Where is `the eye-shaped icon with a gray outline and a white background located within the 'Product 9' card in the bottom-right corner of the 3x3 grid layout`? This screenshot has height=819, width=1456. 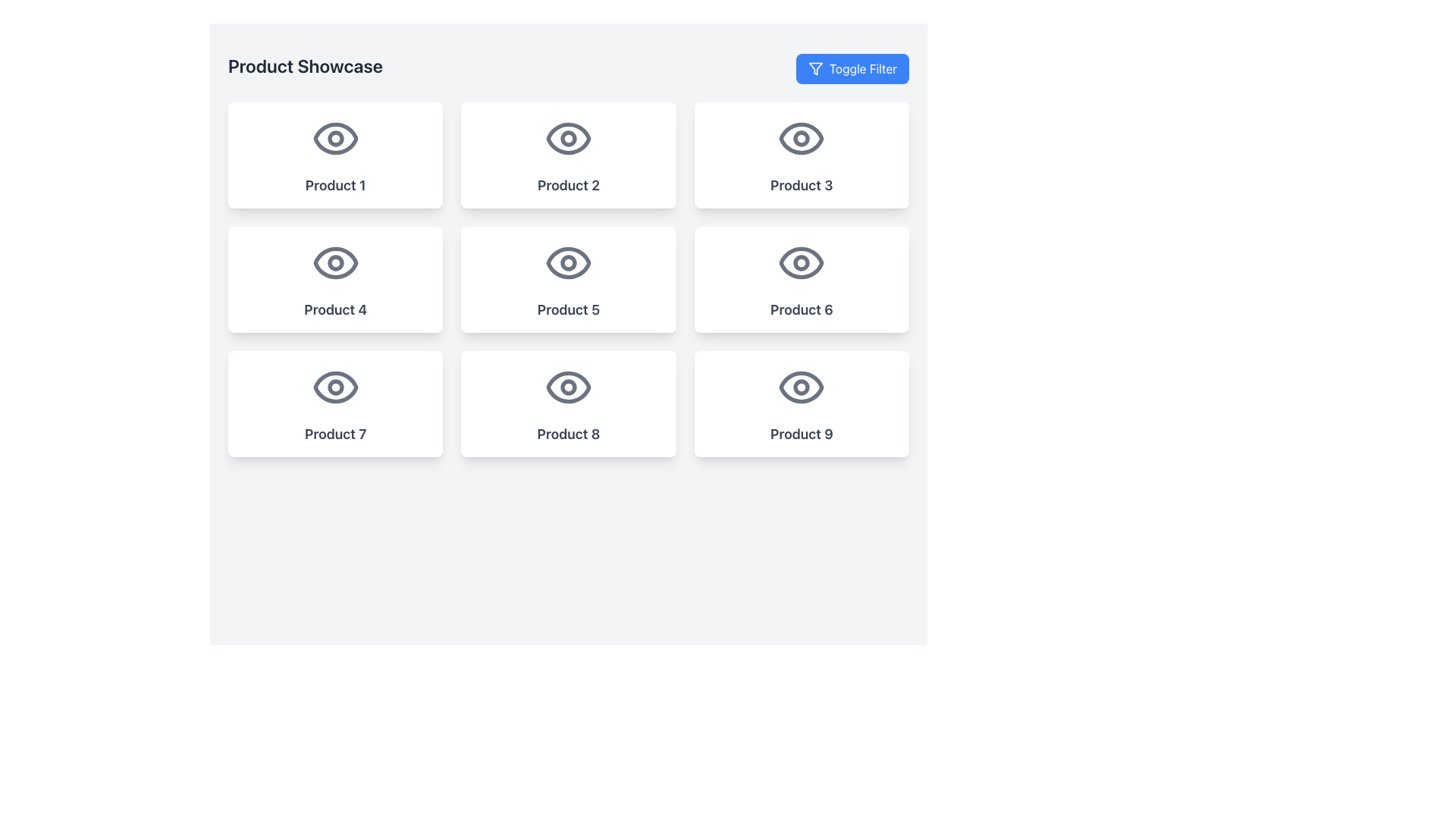
the eye-shaped icon with a gray outline and a white background located within the 'Product 9' card in the bottom-right corner of the 3x3 grid layout is located at coordinates (800, 386).